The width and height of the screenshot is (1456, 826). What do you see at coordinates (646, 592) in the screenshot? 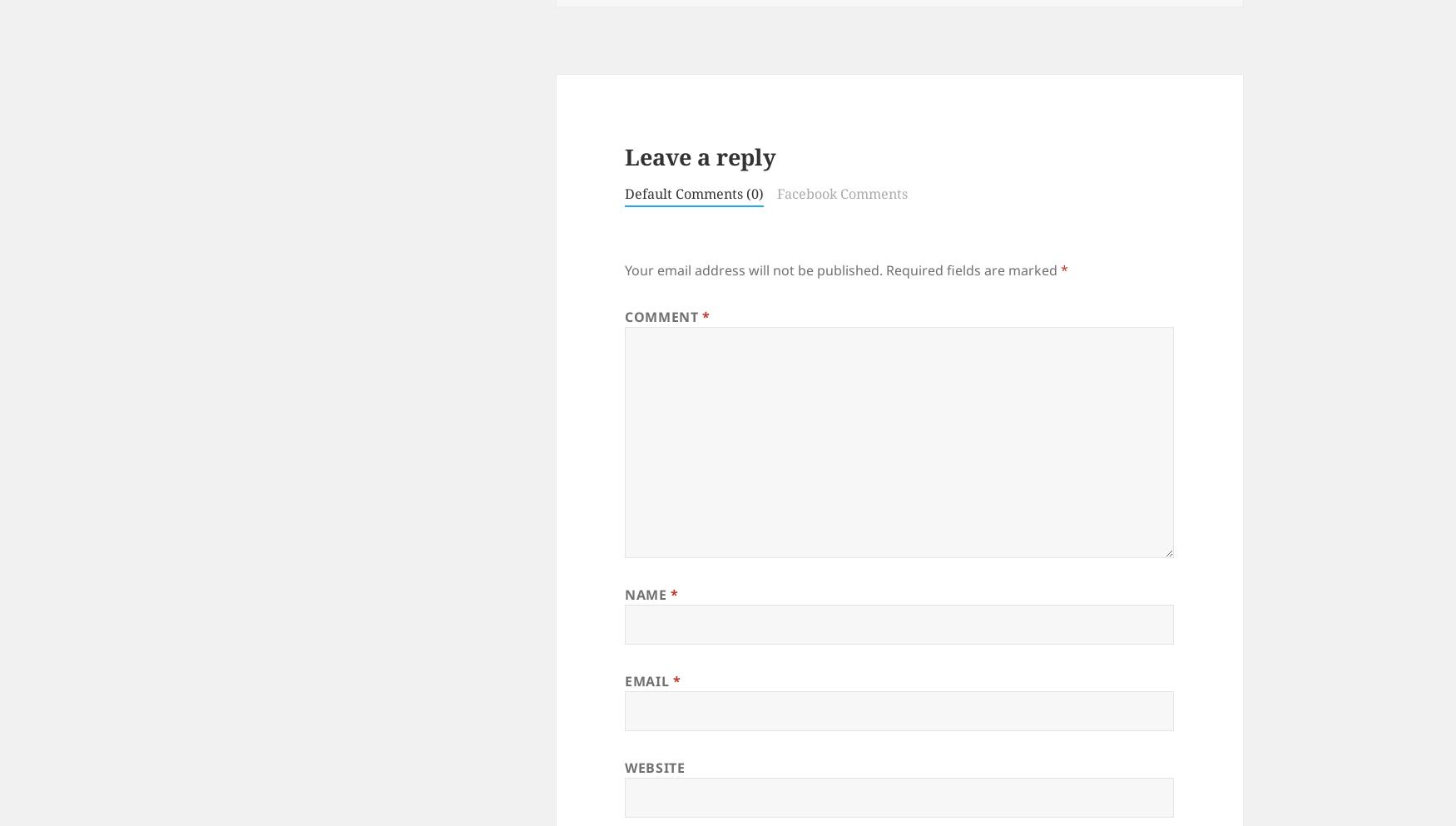
I see `'Name'` at bounding box center [646, 592].